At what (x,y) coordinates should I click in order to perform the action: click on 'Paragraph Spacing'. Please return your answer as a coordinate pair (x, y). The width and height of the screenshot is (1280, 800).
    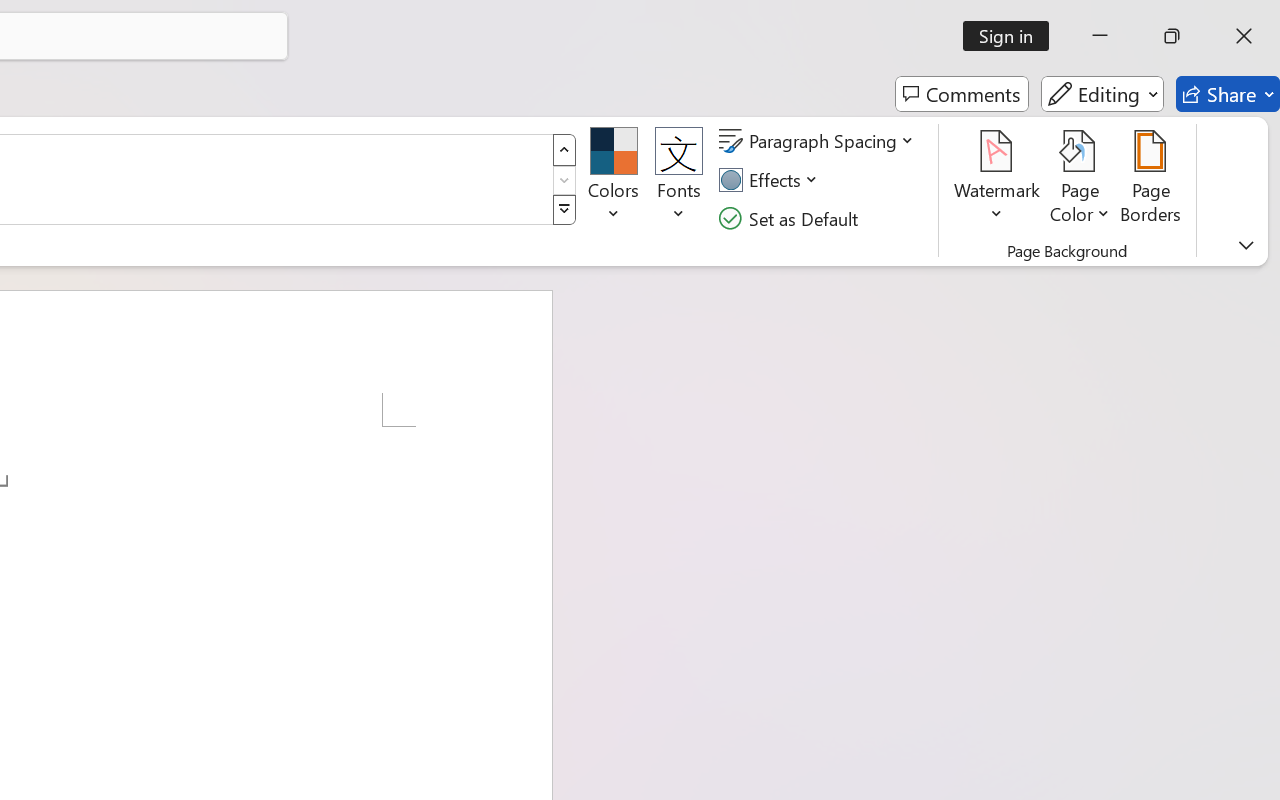
    Looking at the image, I should click on (819, 141).